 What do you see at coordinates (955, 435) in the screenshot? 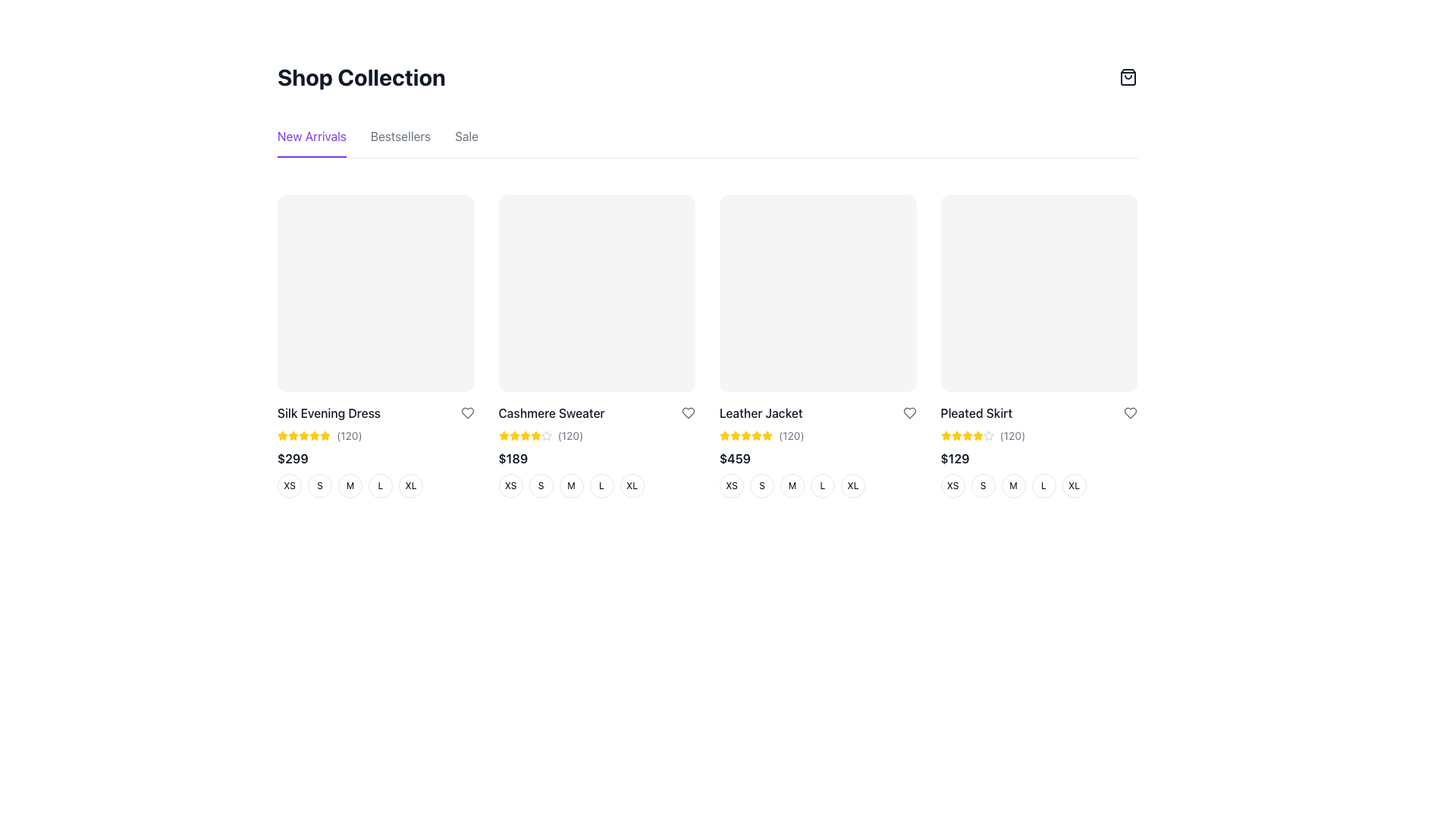
I see `the second star icon in the product rating display for the 'Pleated Skirt', located beneath the product image` at bounding box center [955, 435].